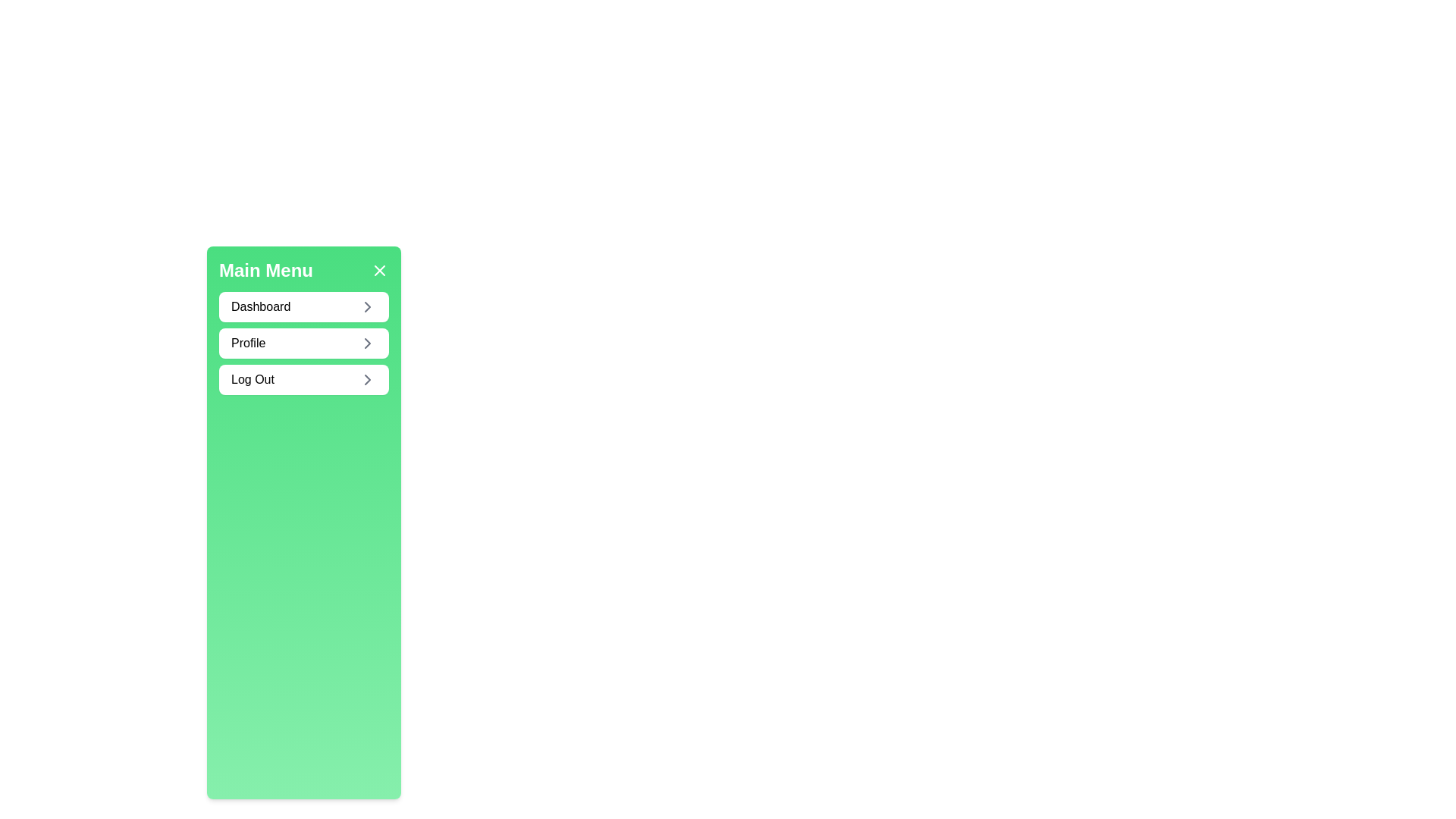 The image size is (1456, 819). Describe the element at coordinates (379, 270) in the screenshot. I see `the close button to toggle the menu visibility` at that location.